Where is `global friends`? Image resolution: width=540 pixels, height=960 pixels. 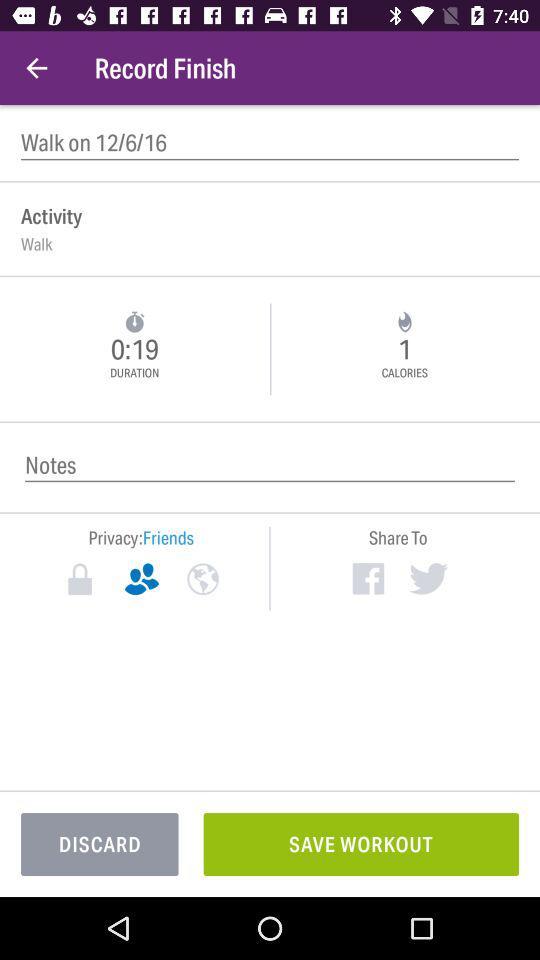 global friends is located at coordinates (202, 579).